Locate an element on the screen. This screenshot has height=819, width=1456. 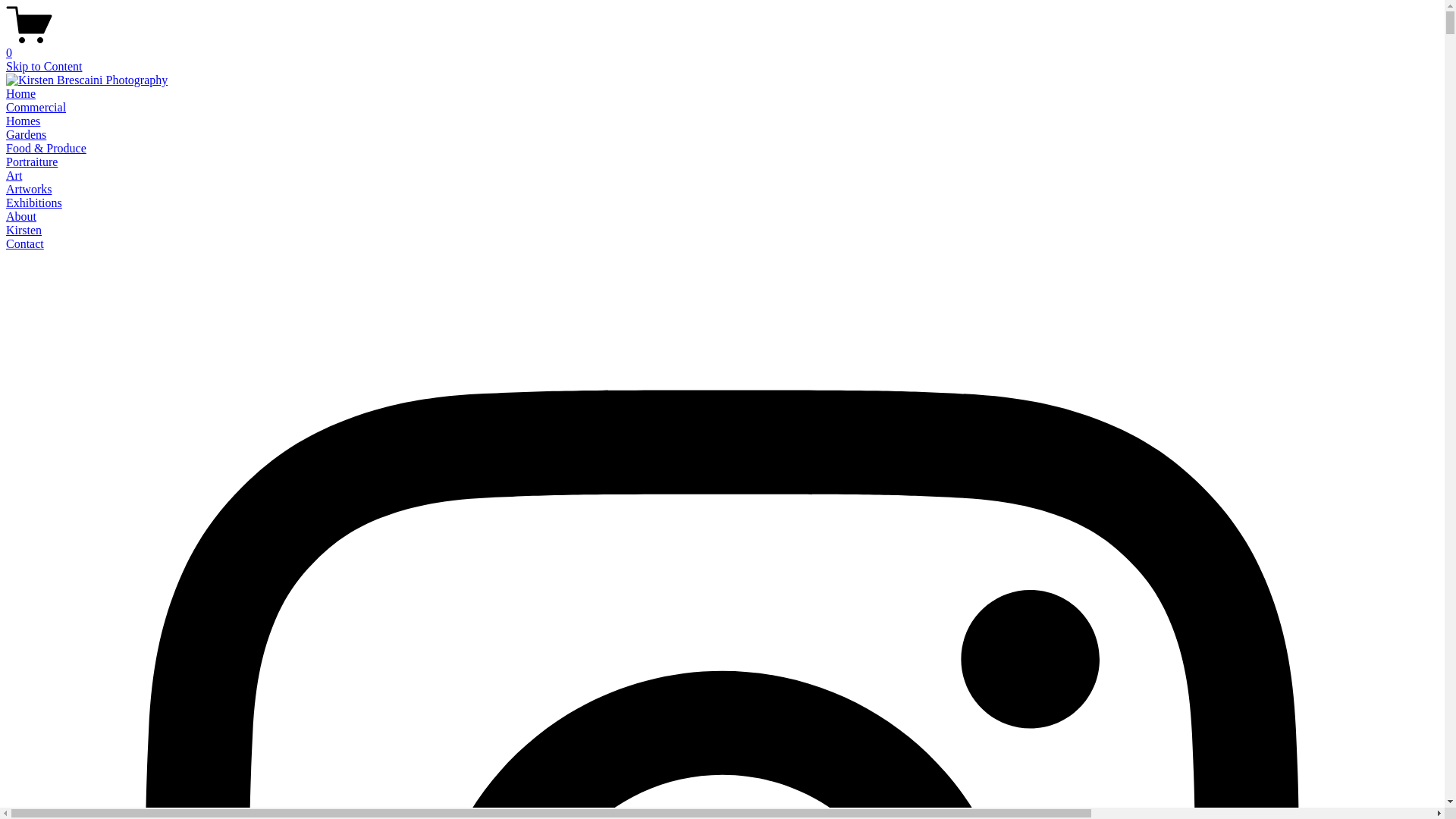
'Food & Produce' is located at coordinates (46, 148).